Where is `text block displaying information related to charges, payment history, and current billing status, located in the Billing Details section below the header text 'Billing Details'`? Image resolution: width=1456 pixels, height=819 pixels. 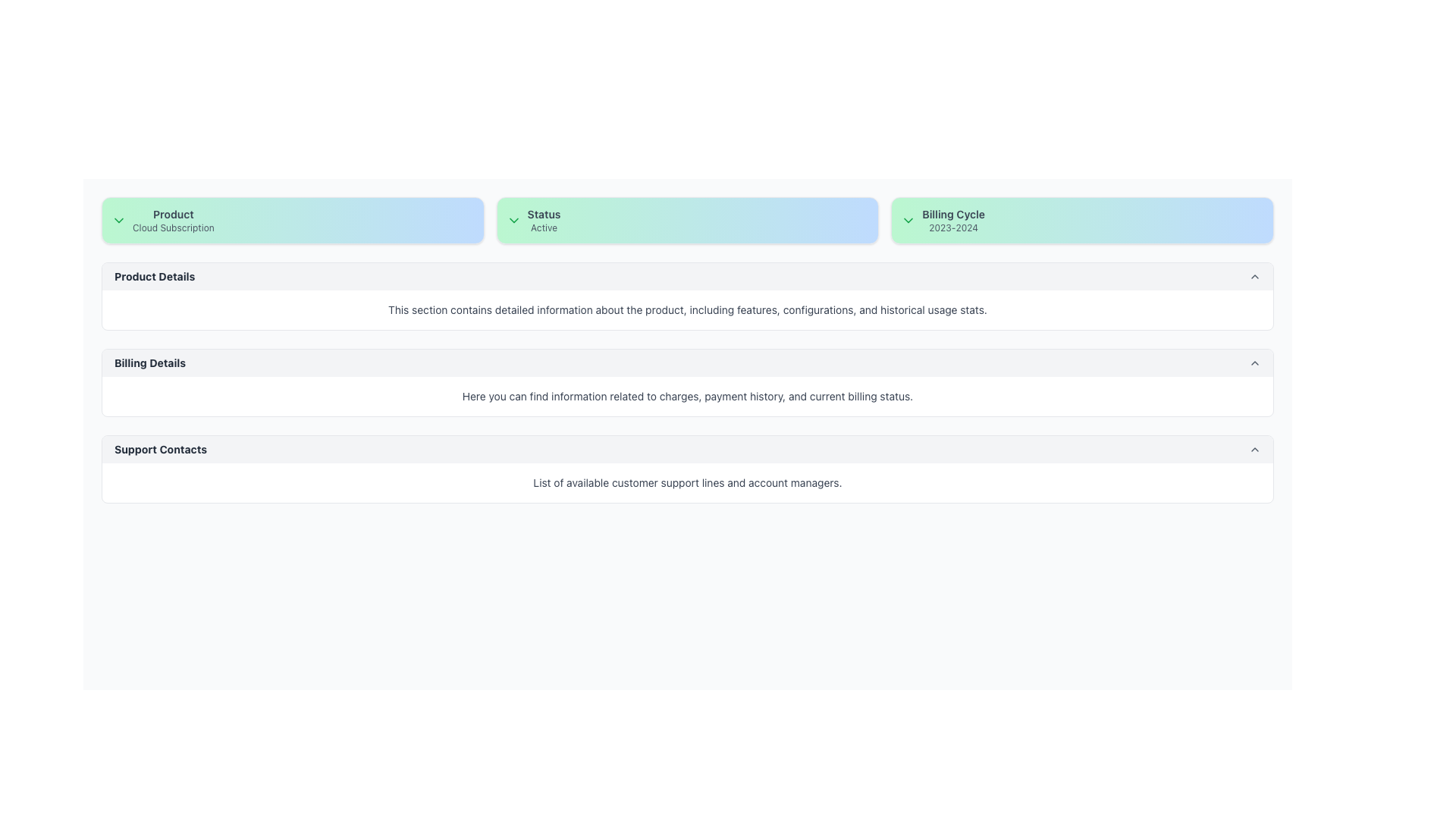 text block displaying information related to charges, payment history, and current billing status, located in the Billing Details section below the header text 'Billing Details' is located at coordinates (687, 396).